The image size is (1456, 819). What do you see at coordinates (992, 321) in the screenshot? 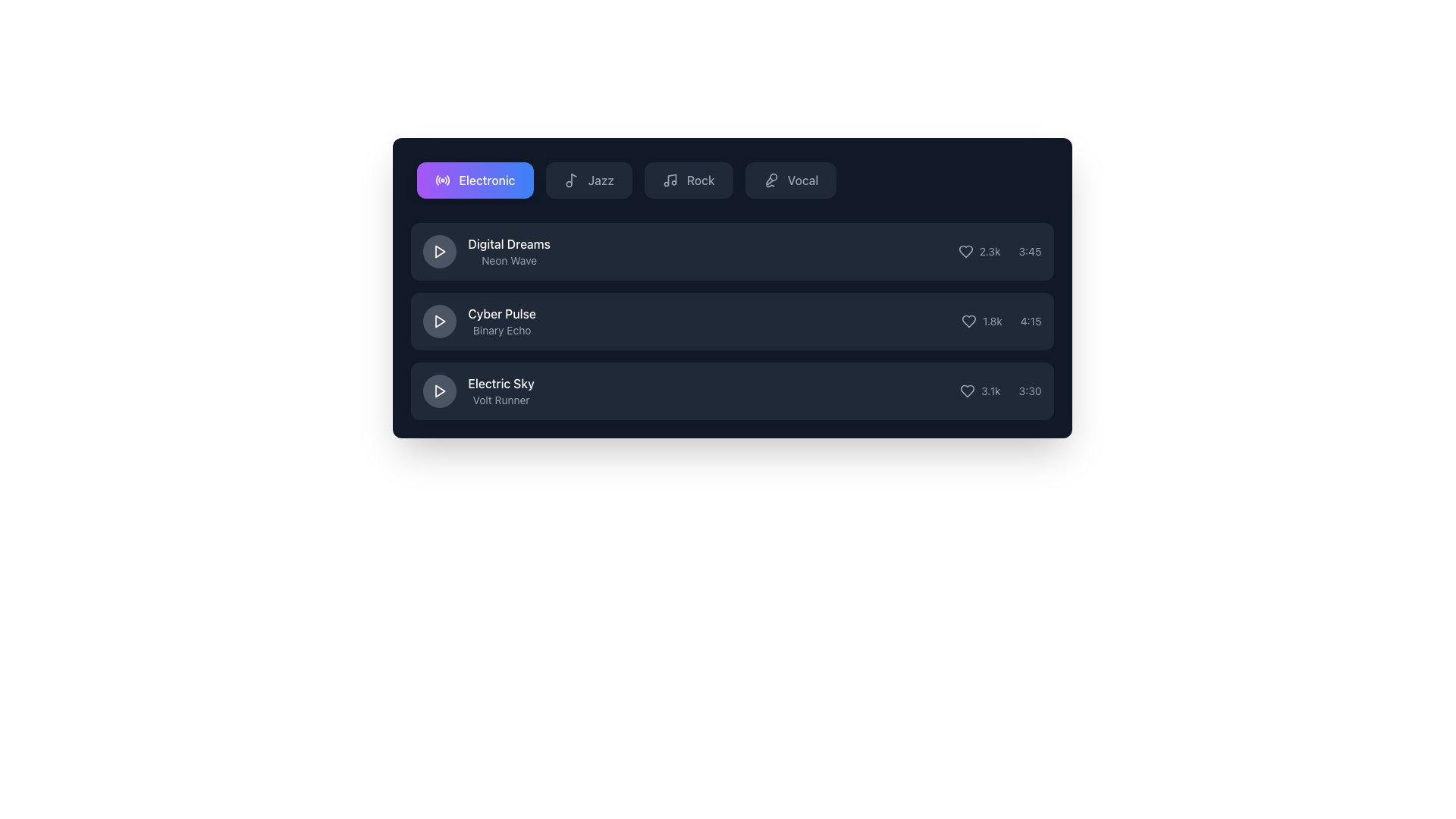
I see `number displayed in the text label showing '1.8k', which is part of a like or favorites counter next to a heart icon` at bounding box center [992, 321].